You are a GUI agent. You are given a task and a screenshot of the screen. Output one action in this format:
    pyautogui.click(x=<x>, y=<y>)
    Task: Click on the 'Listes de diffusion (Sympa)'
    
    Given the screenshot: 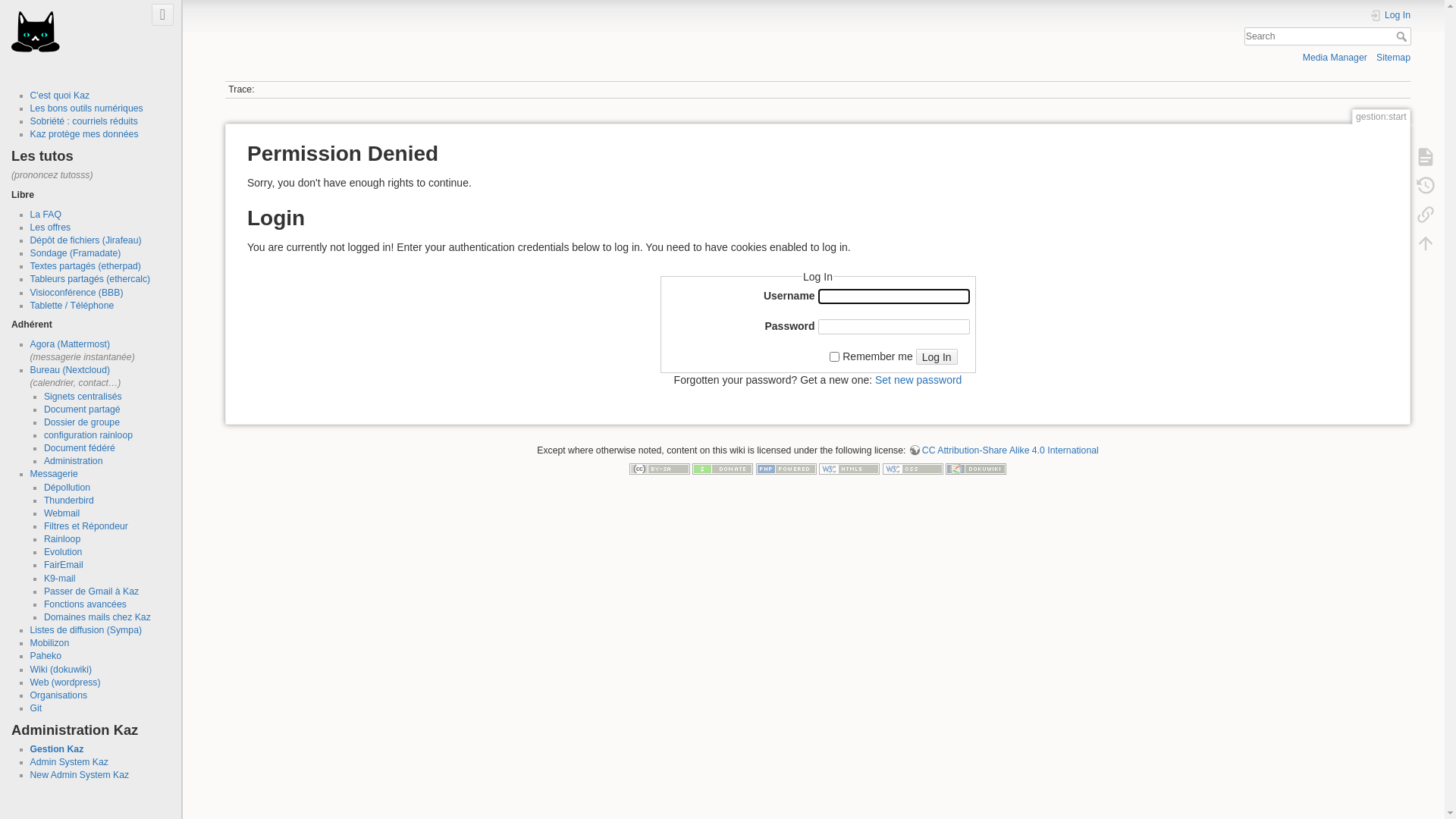 What is the action you would take?
    pyautogui.click(x=30, y=629)
    